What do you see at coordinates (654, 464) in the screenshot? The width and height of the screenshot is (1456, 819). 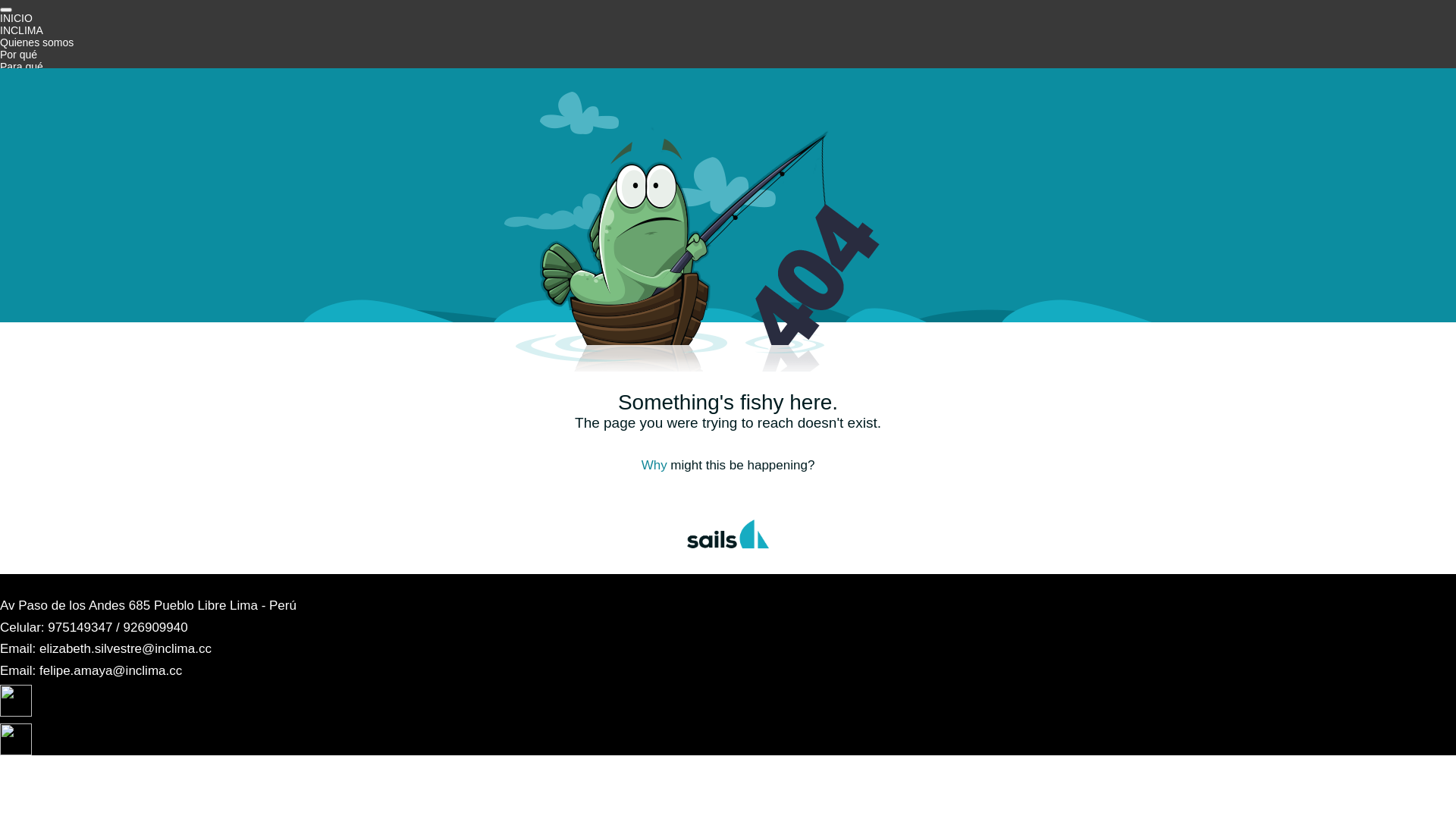 I see `'Why'` at bounding box center [654, 464].